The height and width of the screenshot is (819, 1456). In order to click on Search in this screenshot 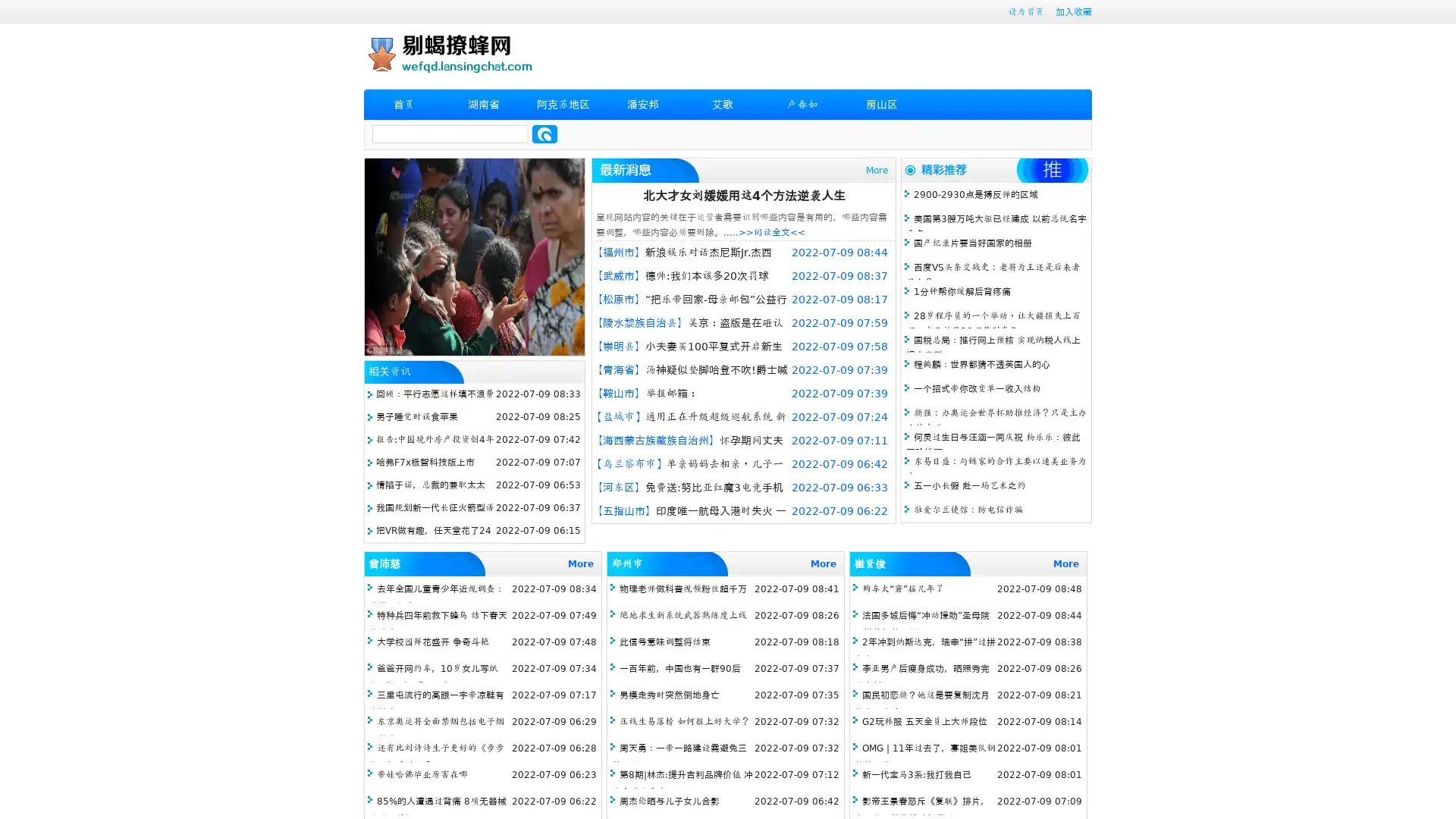, I will do `click(544, 133)`.